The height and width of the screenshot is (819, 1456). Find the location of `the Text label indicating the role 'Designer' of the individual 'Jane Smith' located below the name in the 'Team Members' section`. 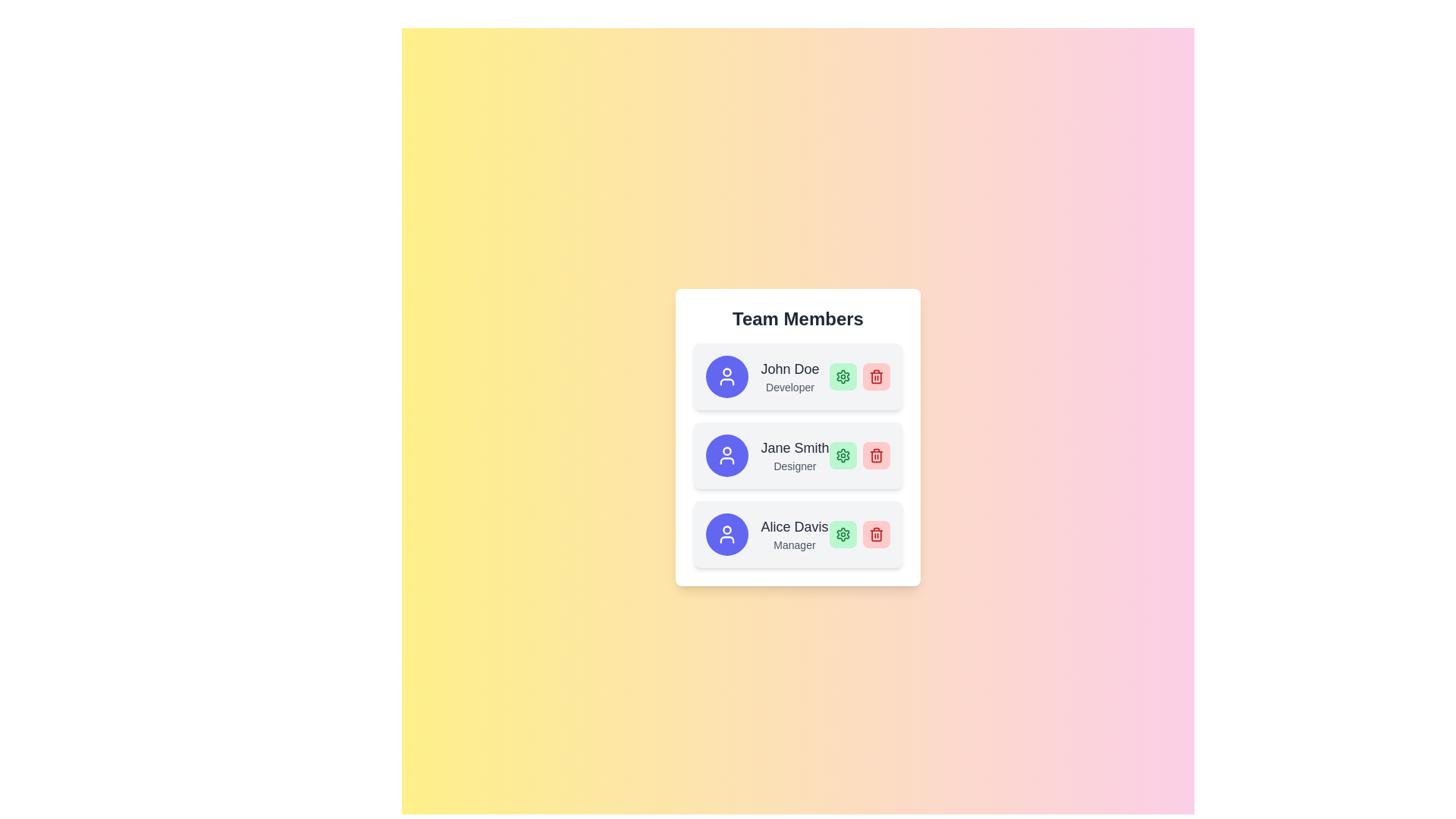

the Text label indicating the role 'Designer' of the individual 'Jane Smith' located below the name in the 'Team Members' section is located at coordinates (794, 465).